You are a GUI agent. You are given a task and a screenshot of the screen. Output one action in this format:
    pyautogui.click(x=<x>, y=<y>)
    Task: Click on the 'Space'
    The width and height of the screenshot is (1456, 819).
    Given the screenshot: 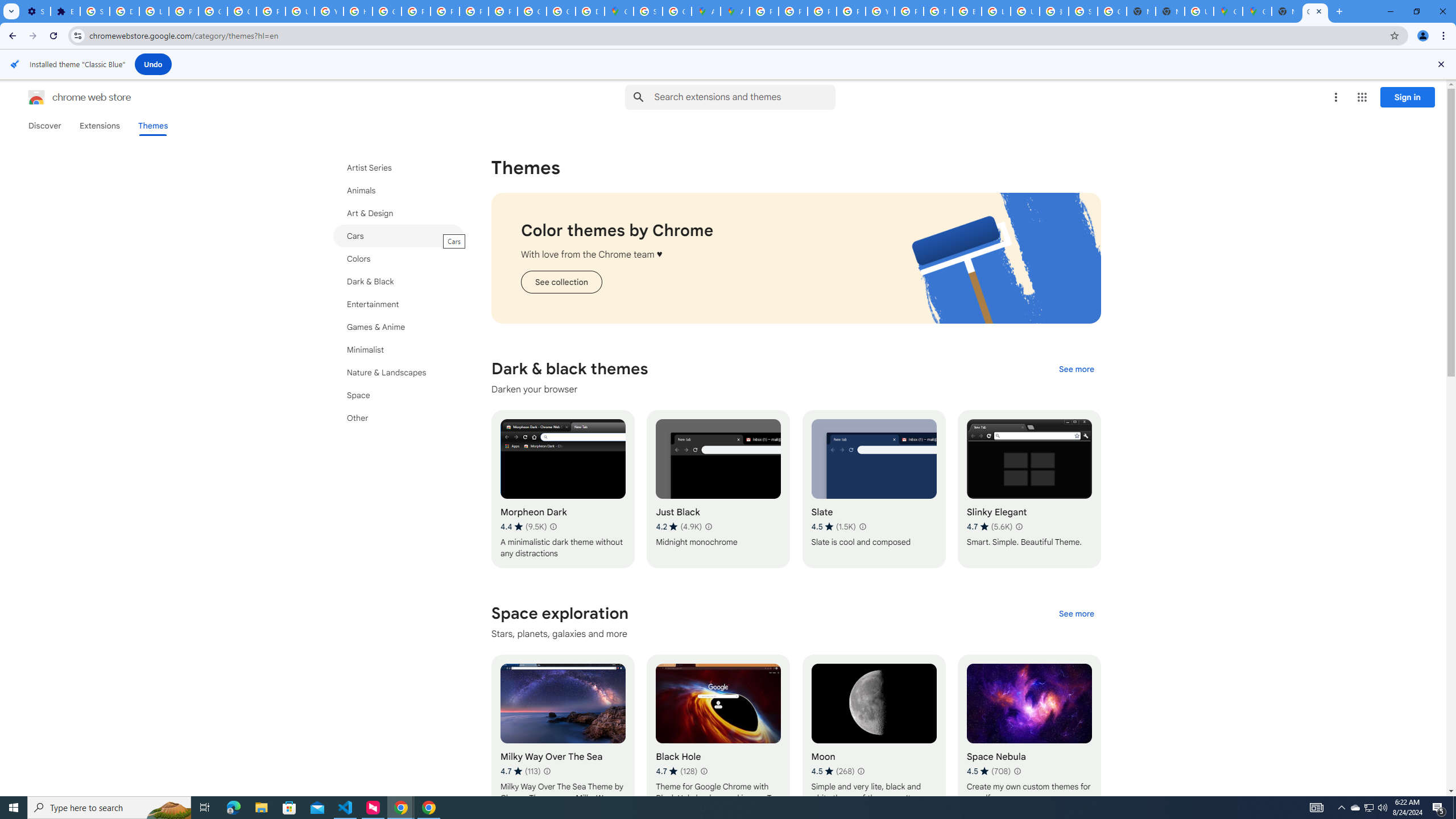 What is the action you would take?
    pyautogui.click(x=399, y=395)
    